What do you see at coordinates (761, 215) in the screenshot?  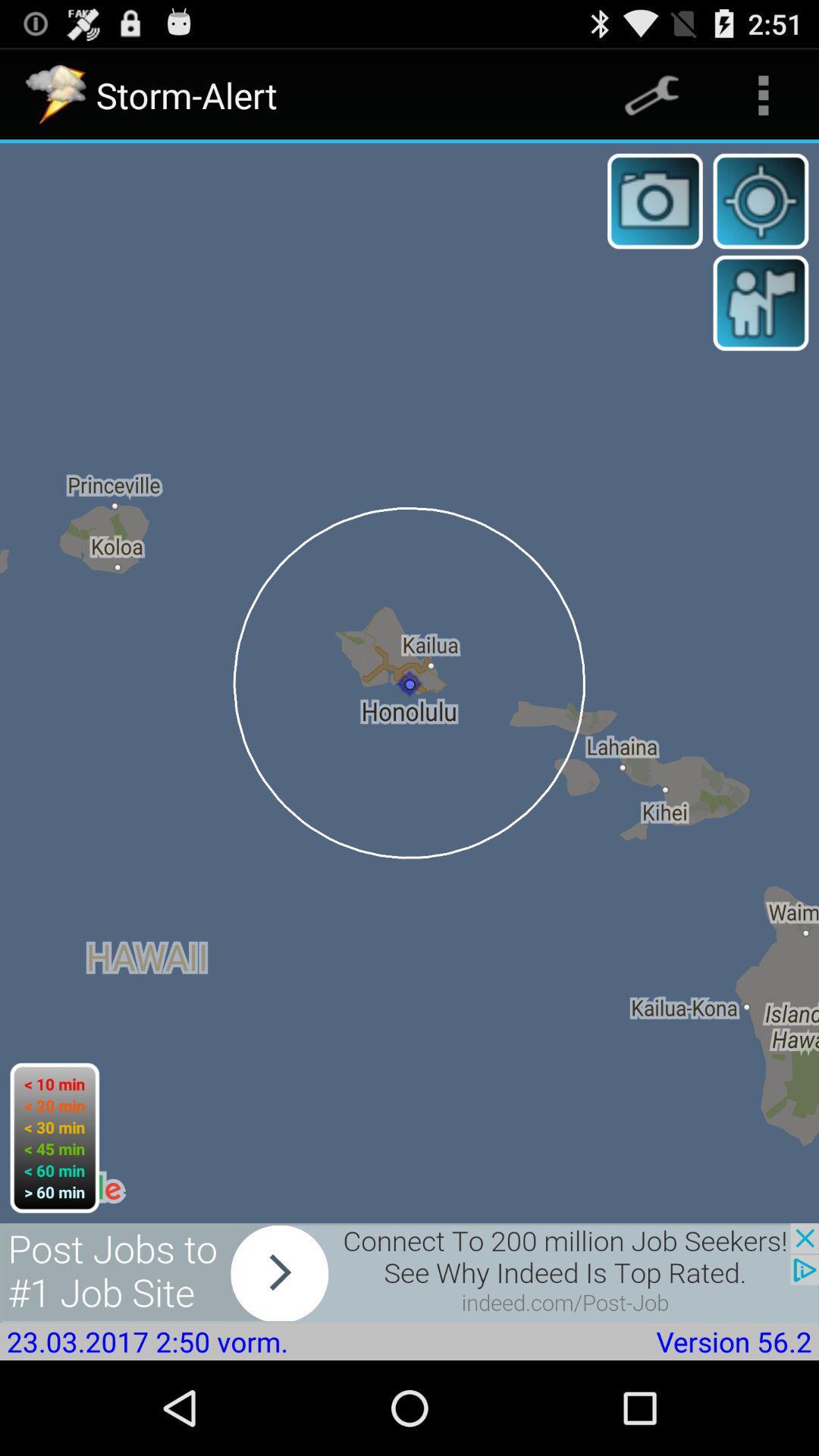 I see `the location_crosshair icon` at bounding box center [761, 215].